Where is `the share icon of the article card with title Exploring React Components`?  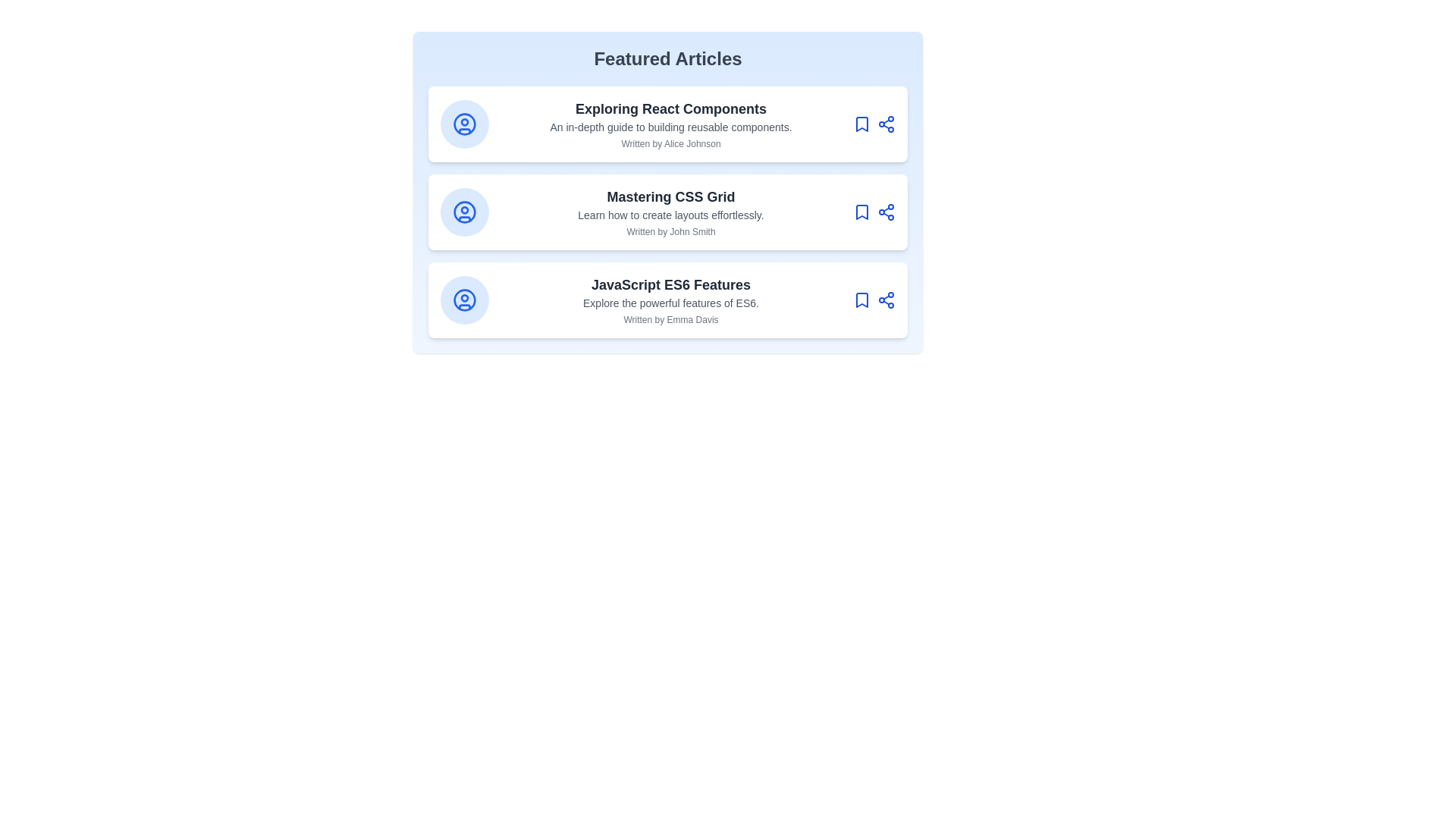 the share icon of the article card with title Exploring React Components is located at coordinates (886, 124).